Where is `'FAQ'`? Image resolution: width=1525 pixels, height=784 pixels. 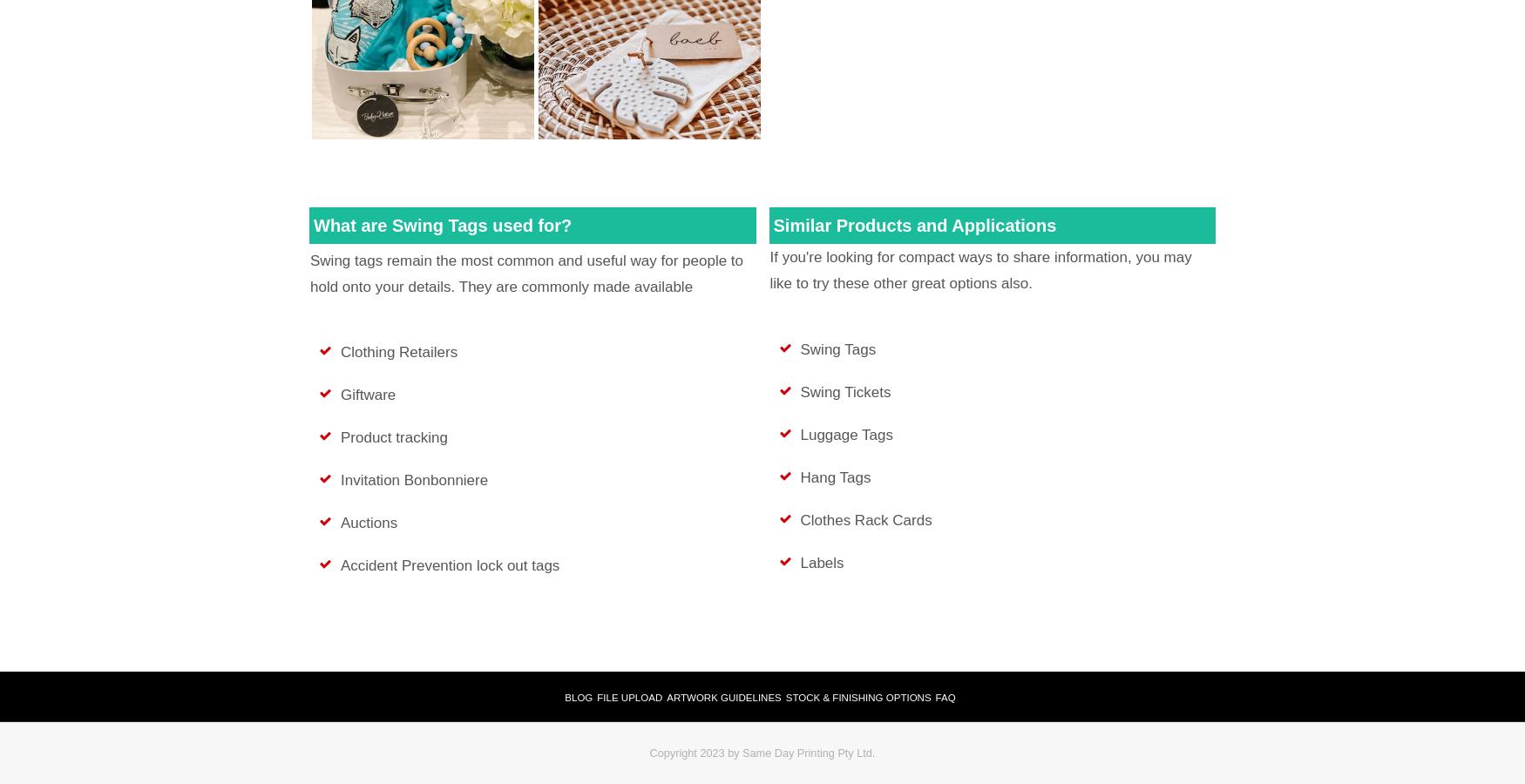
'FAQ' is located at coordinates (934, 698).